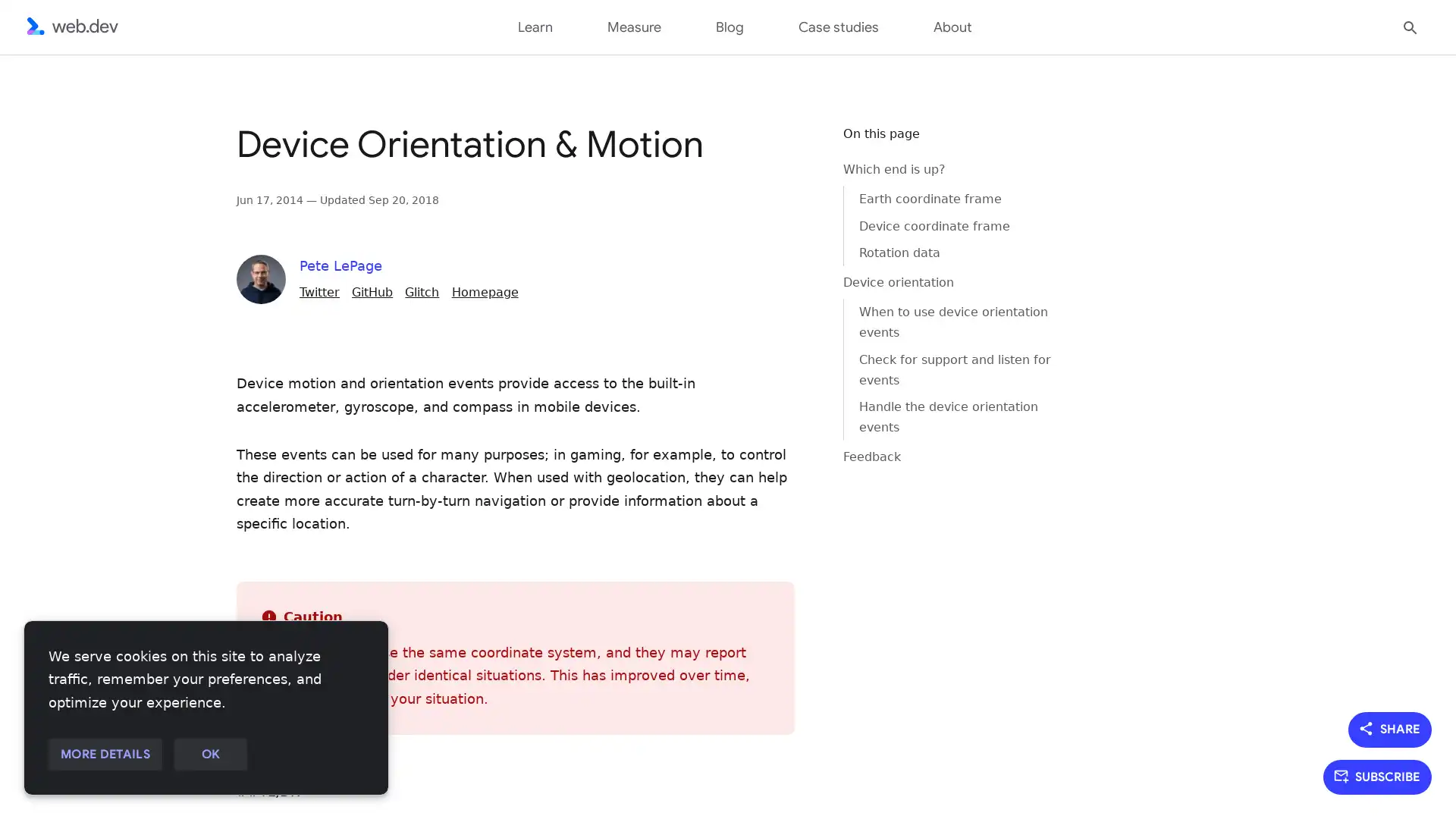 This screenshot has height=819, width=1456. Describe the element at coordinates (1390, 728) in the screenshot. I see `SHARE` at that location.